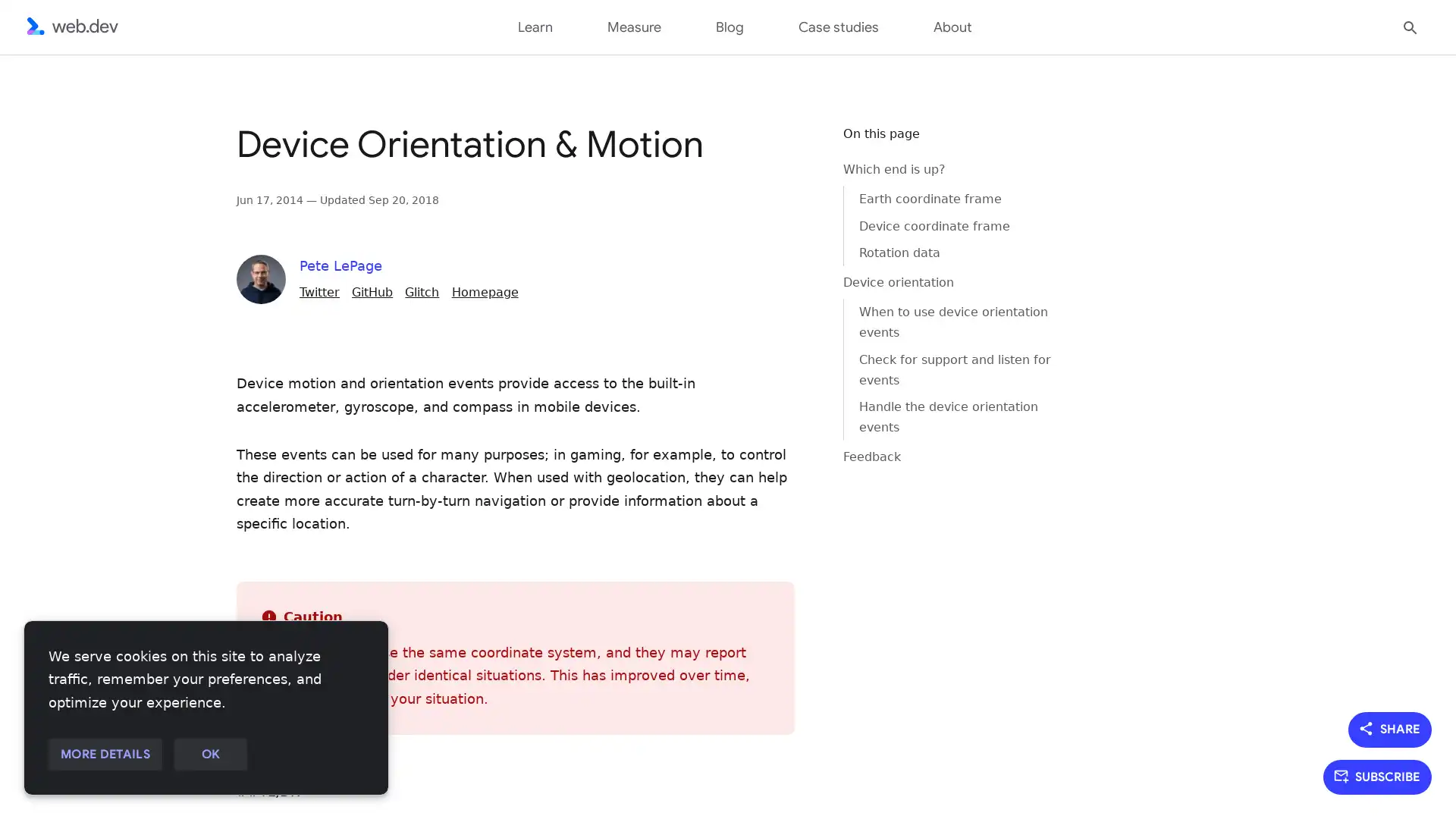 This screenshot has height=819, width=1456. Describe the element at coordinates (1390, 728) in the screenshot. I see `SHARE` at that location.